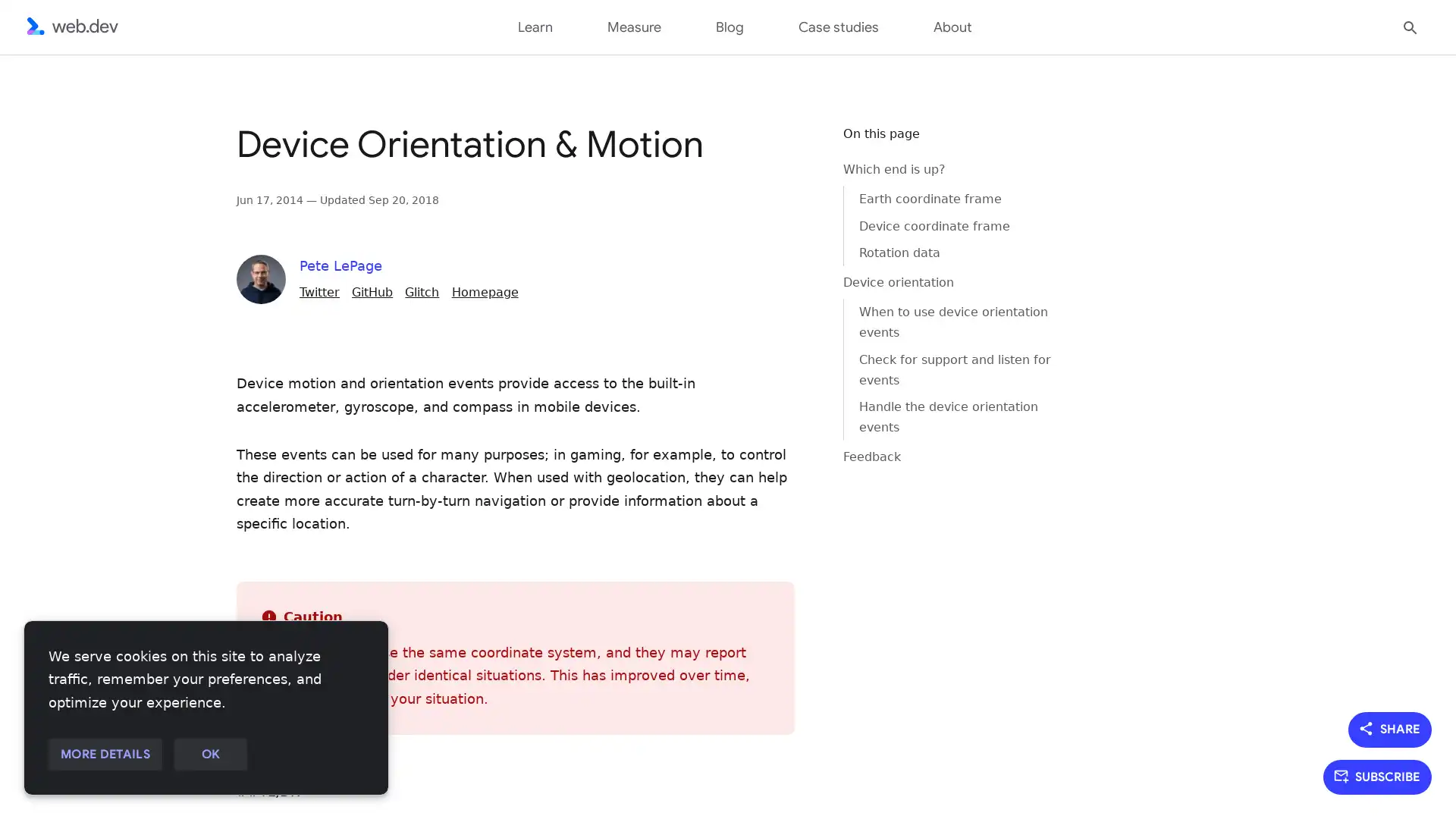 This screenshot has height=819, width=1456. Describe the element at coordinates (1390, 728) in the screenshot. I see `SHARE` at that location.